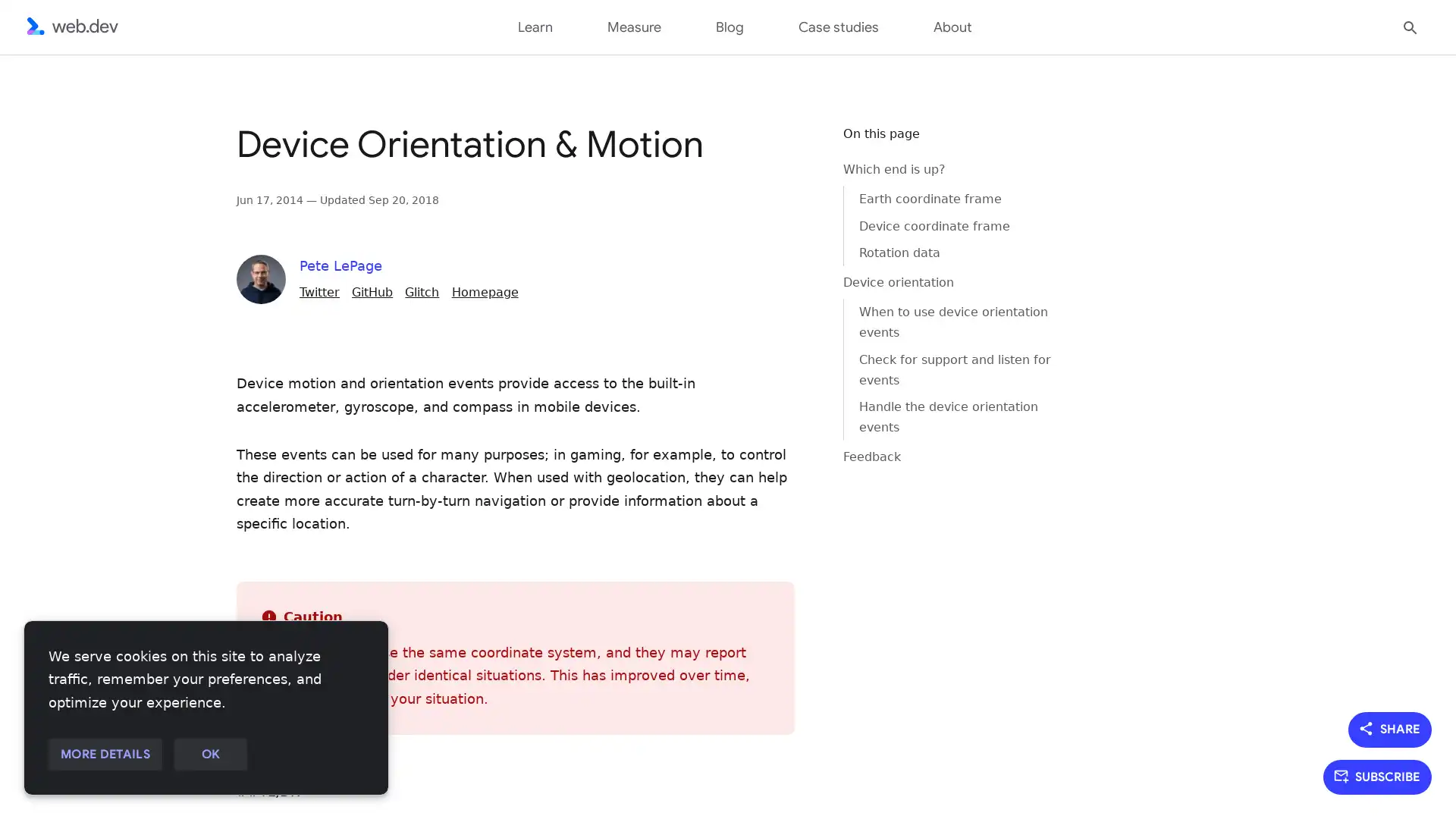 This screenshot has height=819, width=1456. Describe the element at coordinates (1390, 728) in the screenshot. I see `SHARE` at that location.